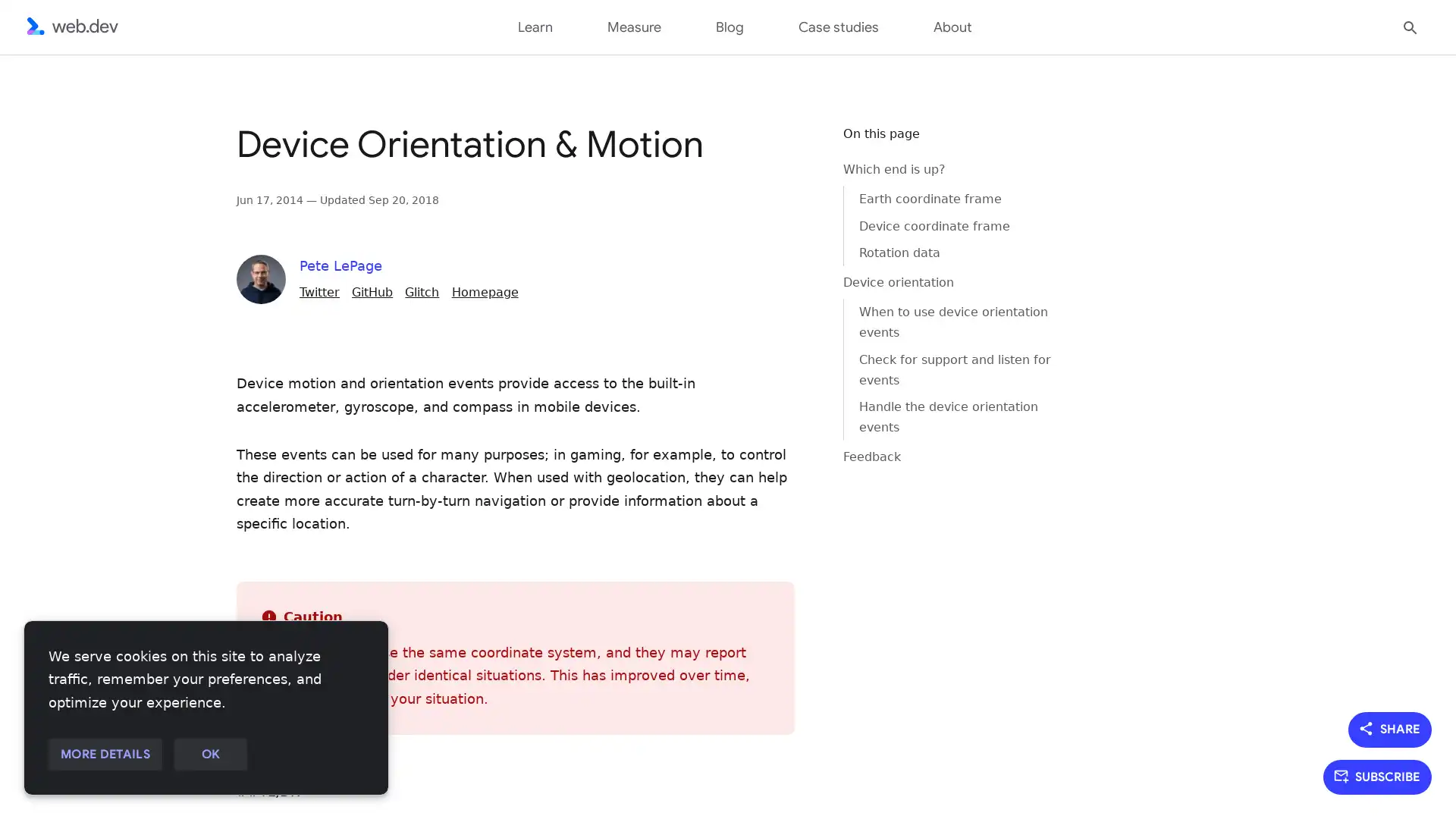 This screenshot has height=819, width=1456. Describe the element at coordinates (1390, 728) in the screenshot. I see `SHARE` at that location.